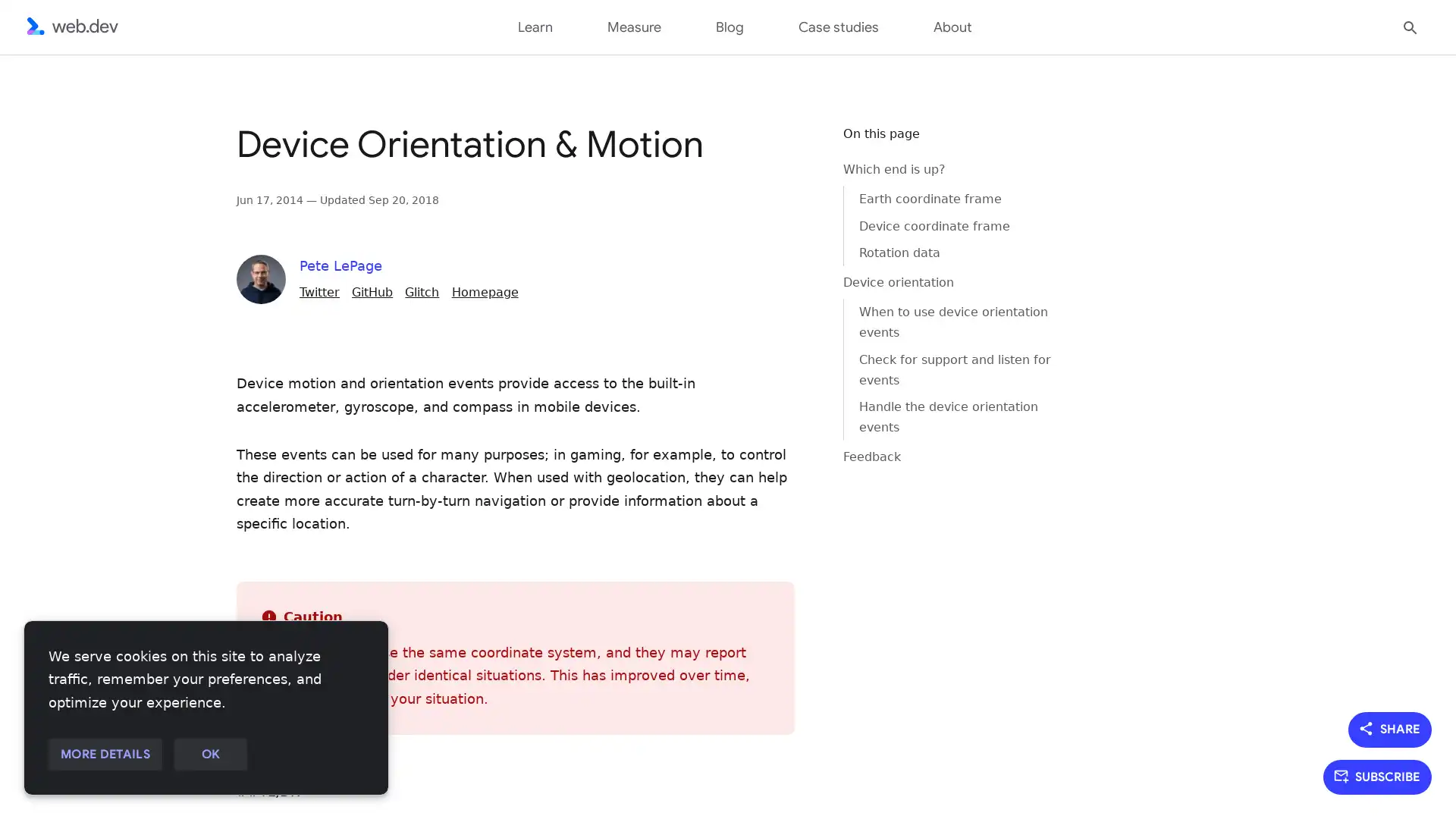 This screenshot has height=819, width=1456. Describe the element at coordinates (1390, 728) in the screenshot. I see `SHARE` at that location.